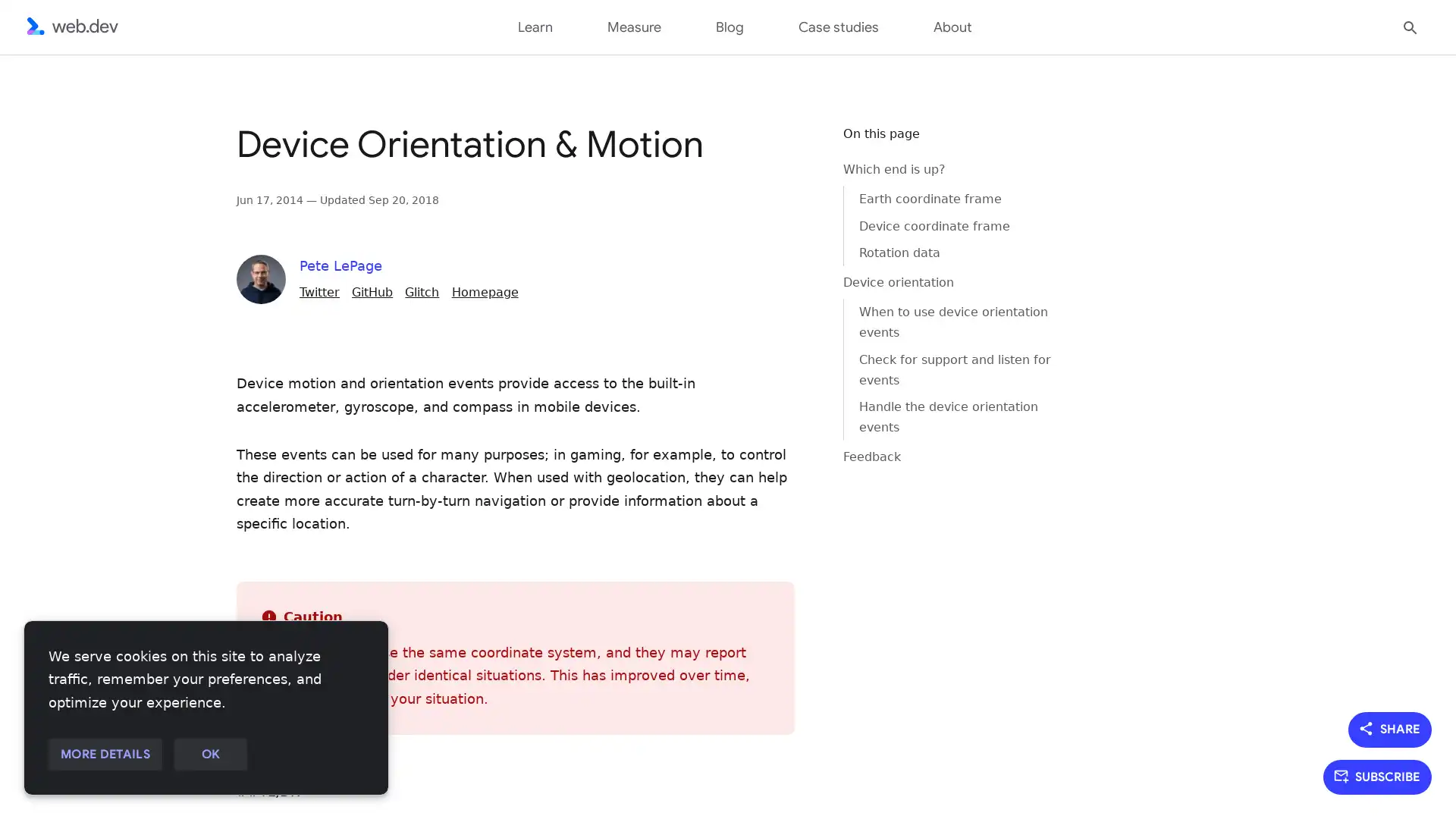 This screenshot has height=819, width=1456. Describe the element at coordinates (1390, 728) in the screenshot. I see `SHARE` at that location.